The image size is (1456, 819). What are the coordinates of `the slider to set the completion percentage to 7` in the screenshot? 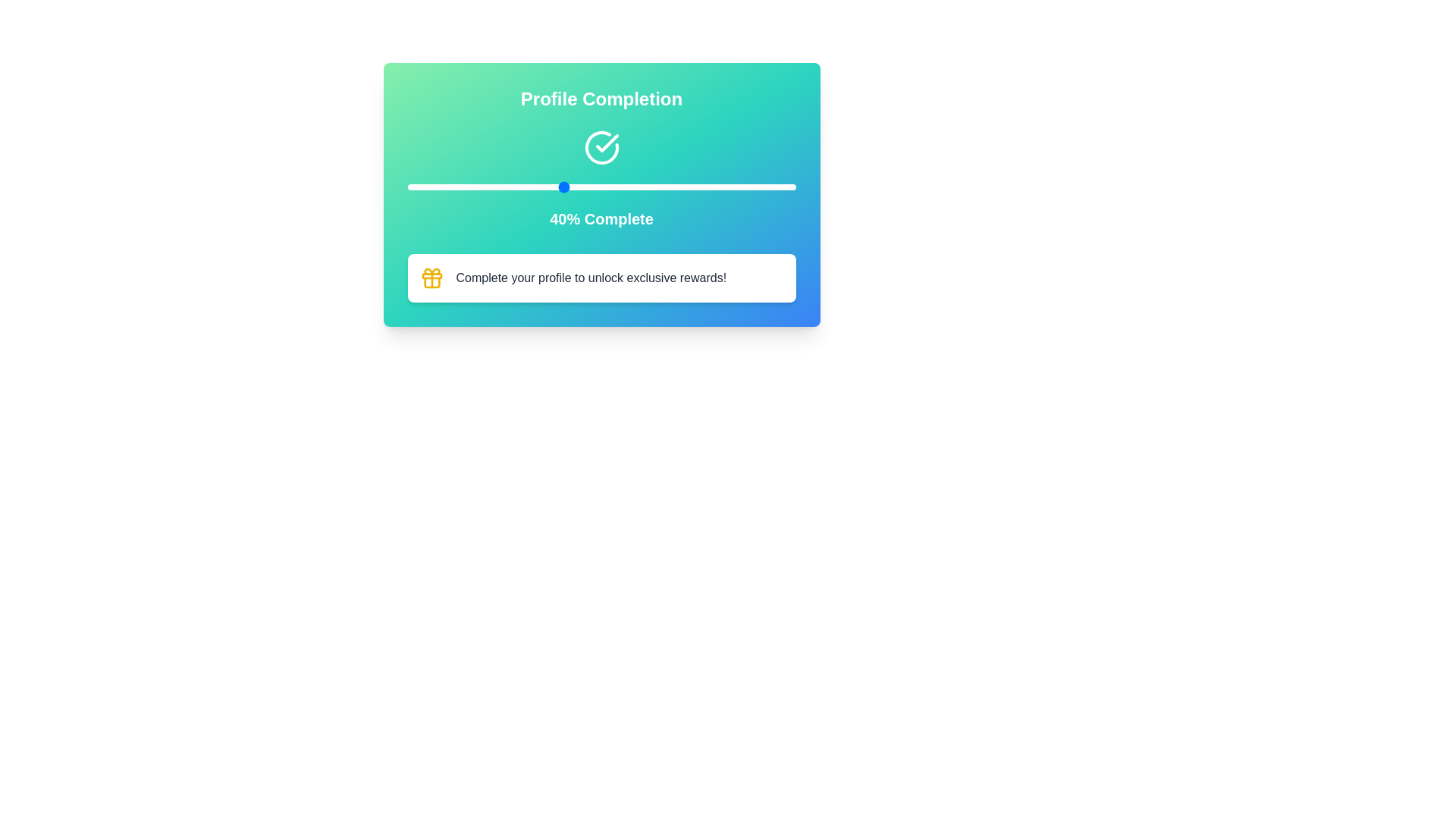 It's located at (434, 186).